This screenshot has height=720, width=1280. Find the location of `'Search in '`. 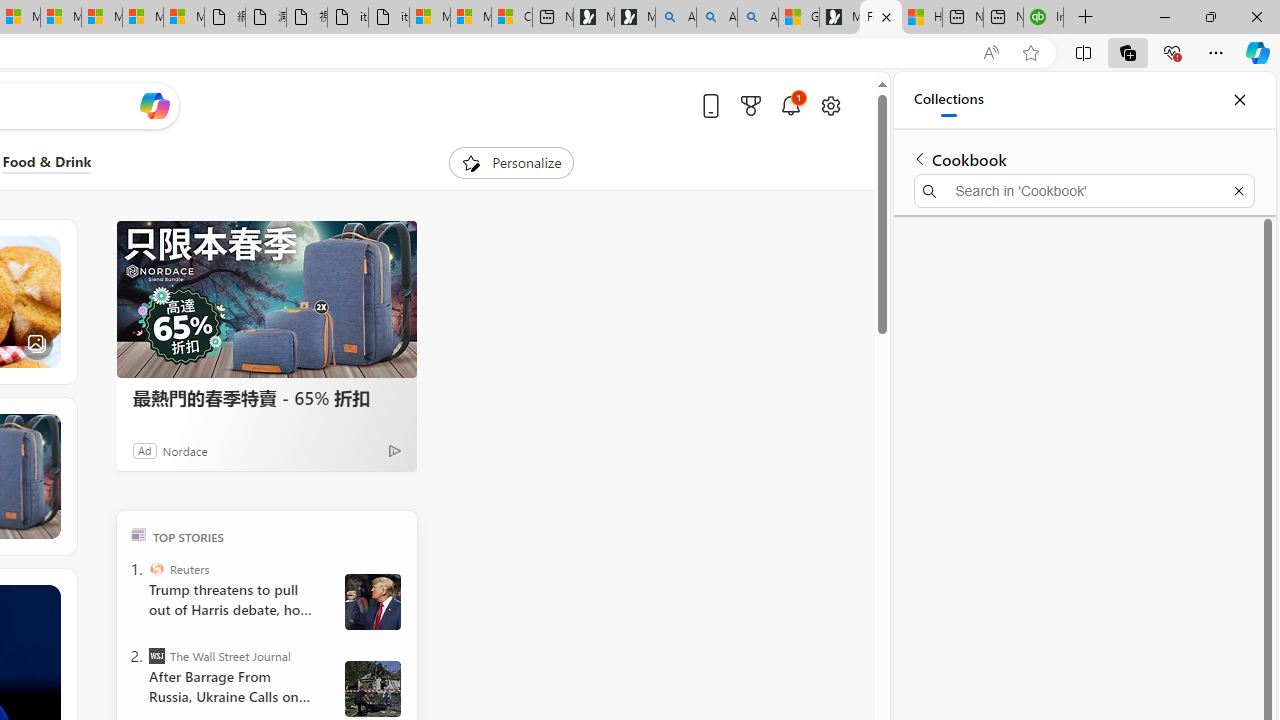

'Search in ' is located at coordinates (1083, 191).